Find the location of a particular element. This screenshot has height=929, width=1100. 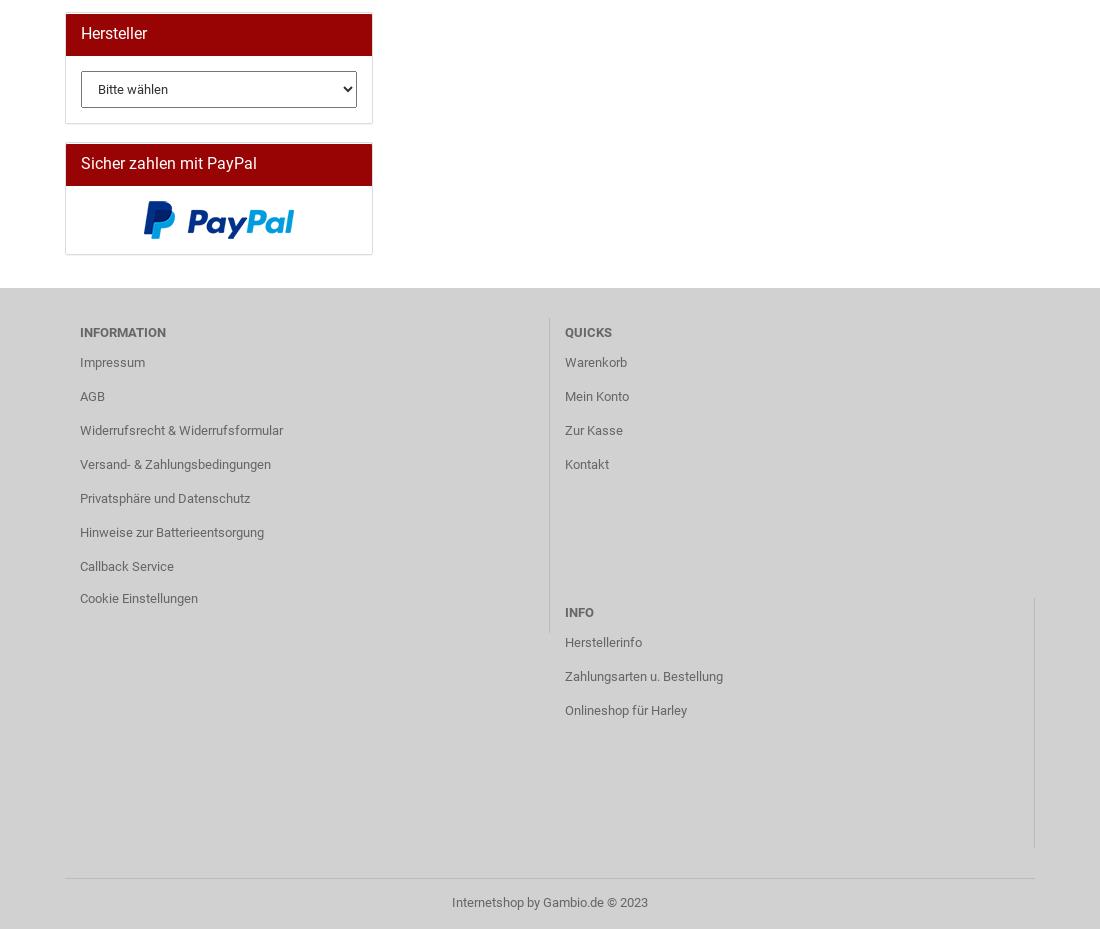

'Widerrufsrecht & Widerrufsformular' is located at coordinates (180, 429).